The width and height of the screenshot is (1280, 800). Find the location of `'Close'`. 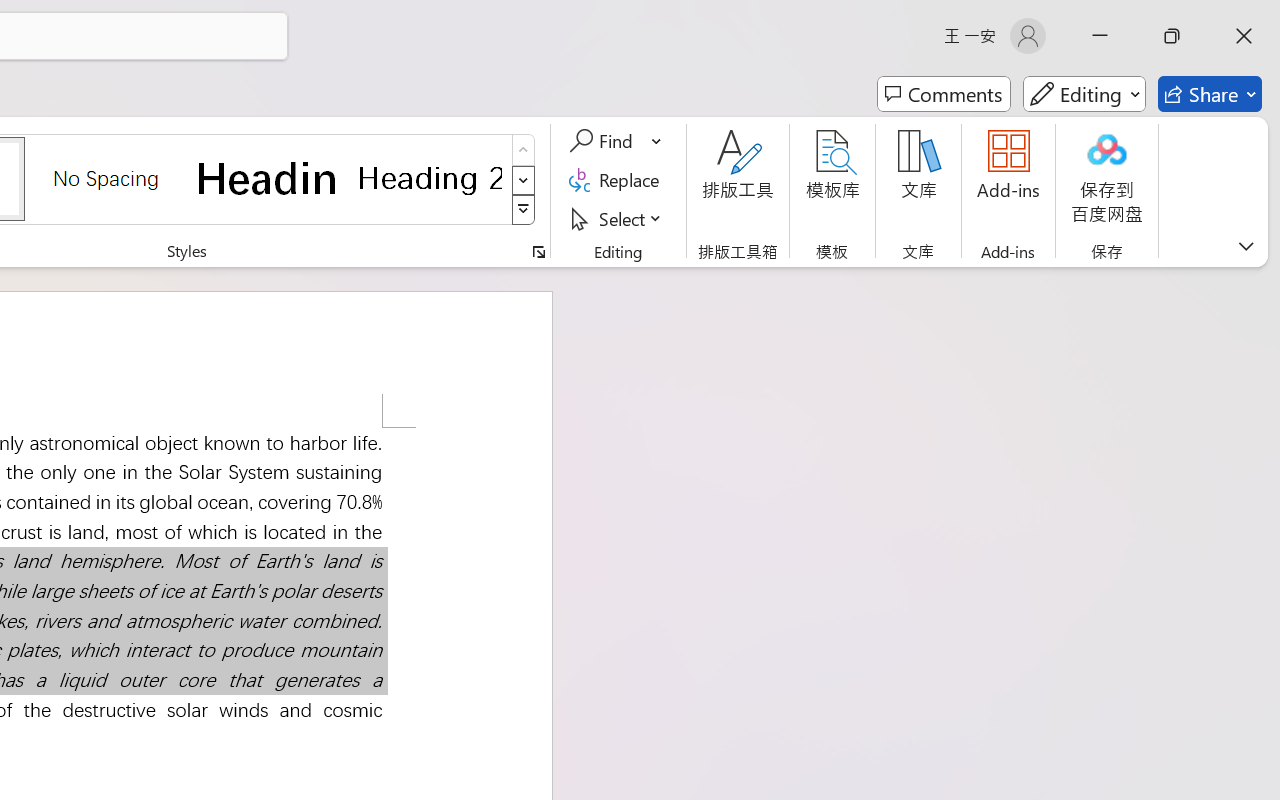

'Close' is located at coordinates (1255, 18).